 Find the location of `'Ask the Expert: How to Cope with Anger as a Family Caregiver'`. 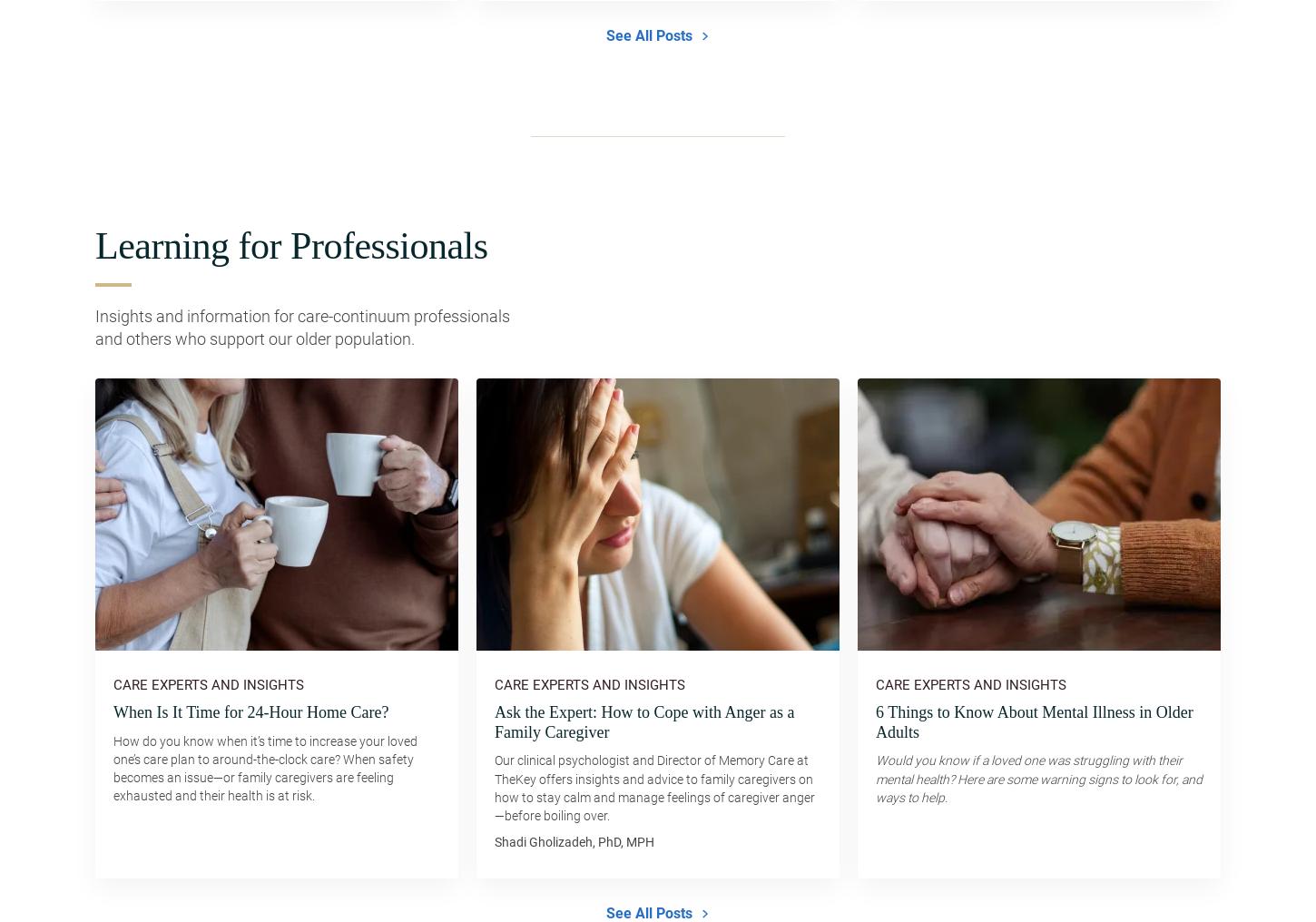

'Ask the Expert: How to Cope with Anger as a Family Caregiver' is located at coordinates (643, 721).